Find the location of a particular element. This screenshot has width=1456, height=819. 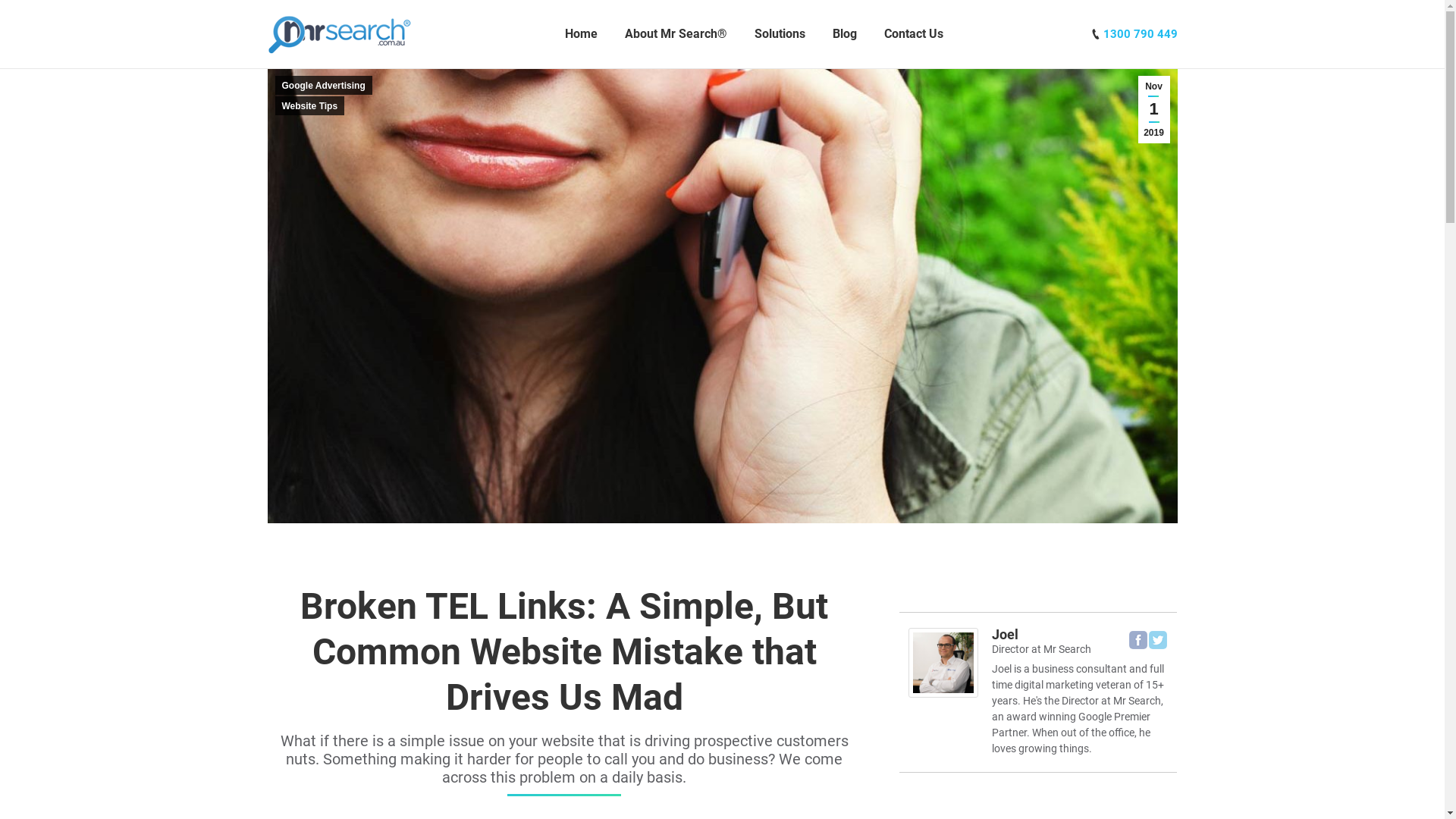

'Contact Us' is located at coordinates (912, 34).